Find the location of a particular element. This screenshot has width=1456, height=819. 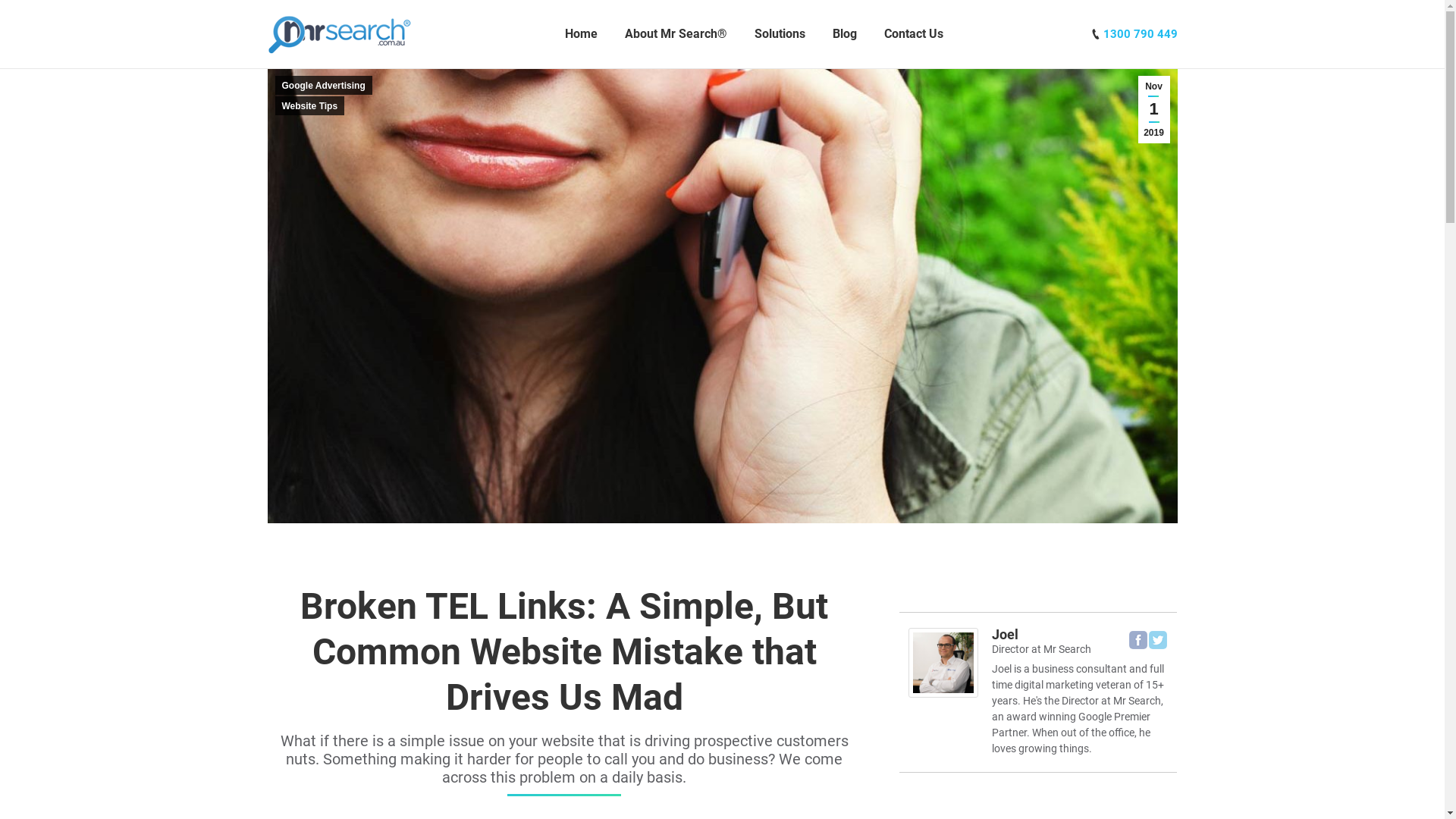

'Contact Us' is located at coordinates (912, 34).